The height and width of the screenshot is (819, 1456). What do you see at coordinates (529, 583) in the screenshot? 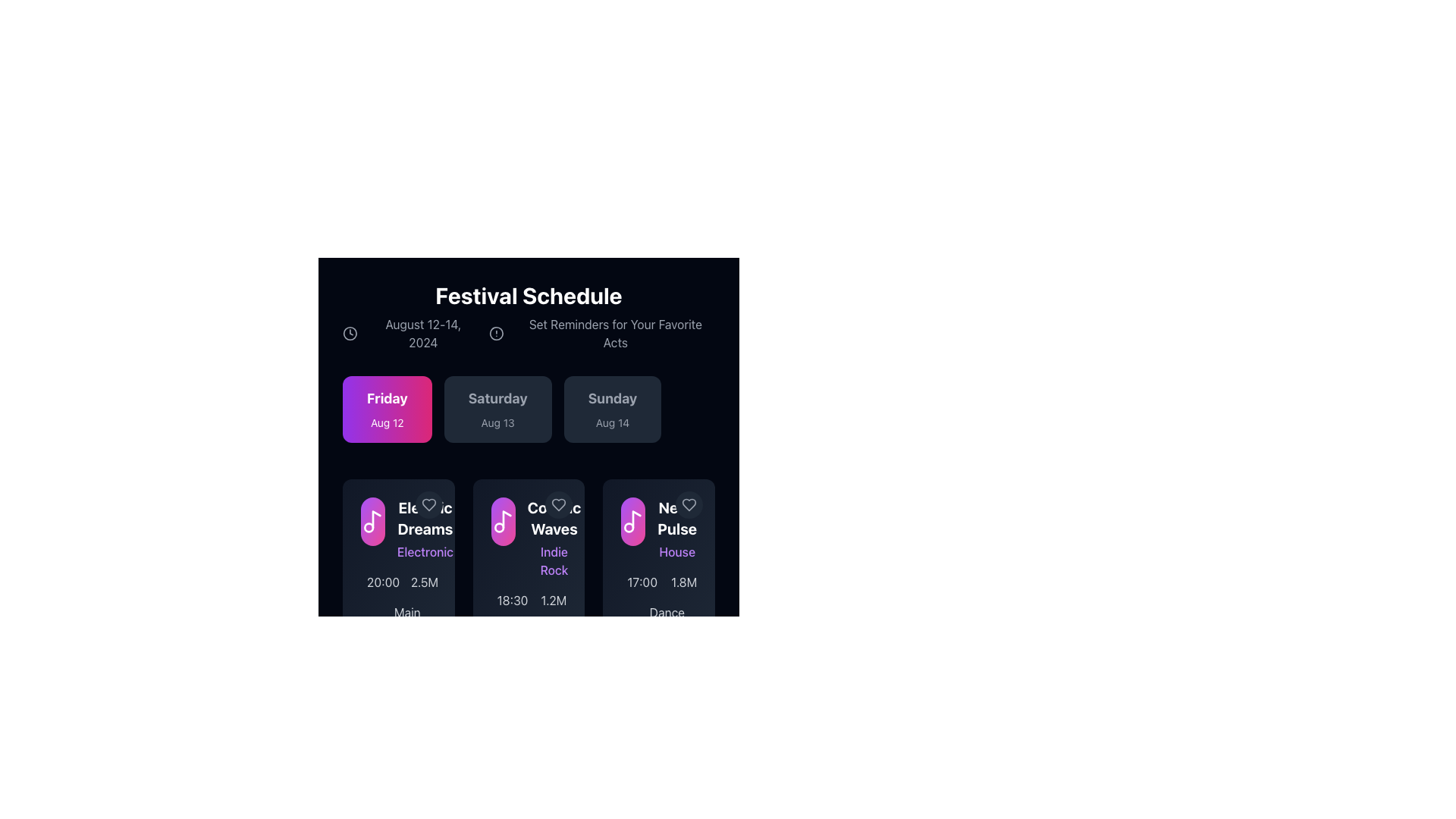
I see `the 'Cosmic Waves' card, which is the second card in a row of three, featuring a gradient background, white title, purple subtitle, and timing details` at bounding box center [529, 583].